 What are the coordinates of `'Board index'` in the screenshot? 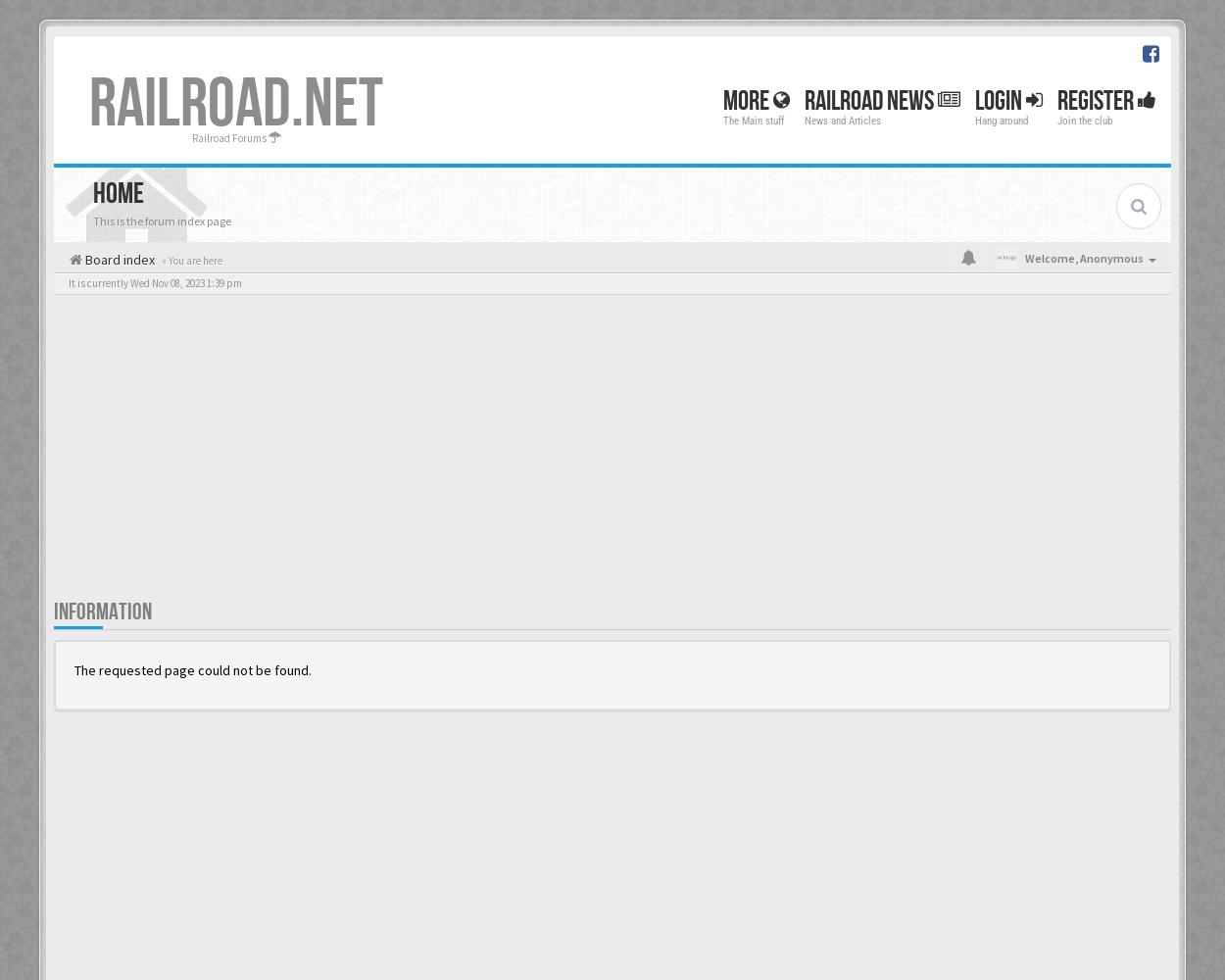 It's located at (118, 260).